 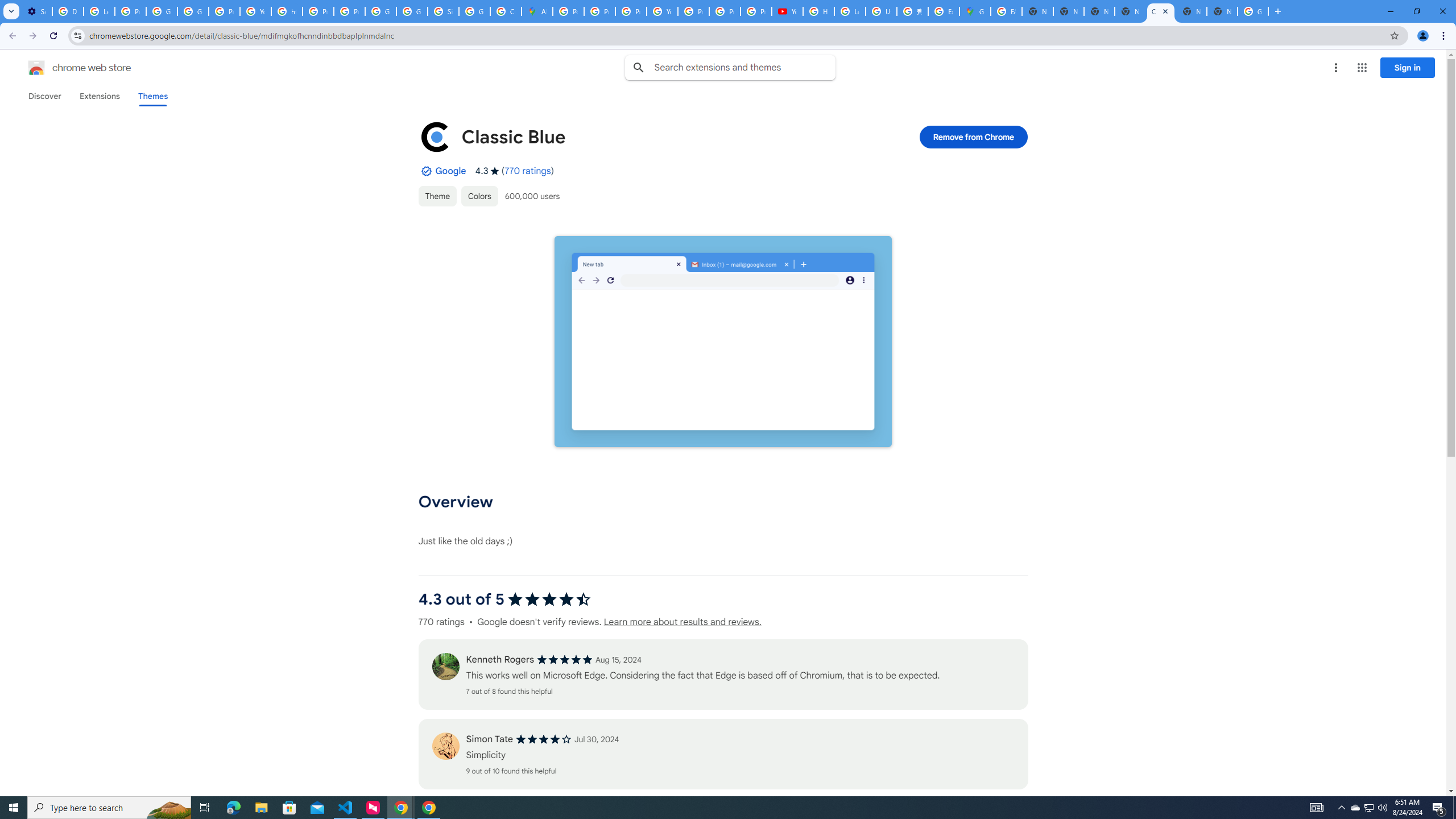 I want to click on 'Themes', so click(x=152, y=96).